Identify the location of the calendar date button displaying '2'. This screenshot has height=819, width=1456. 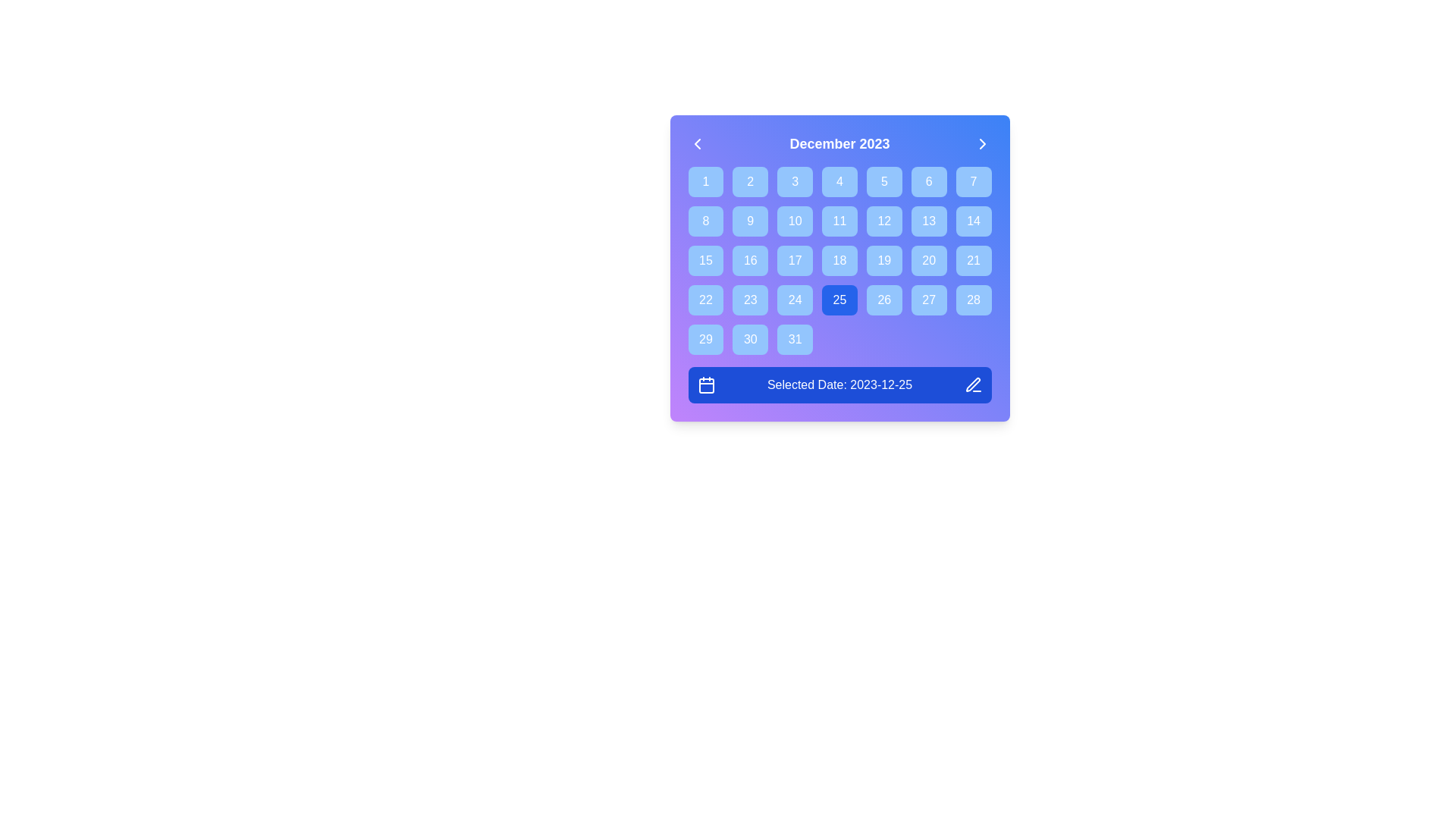
(750, 180).